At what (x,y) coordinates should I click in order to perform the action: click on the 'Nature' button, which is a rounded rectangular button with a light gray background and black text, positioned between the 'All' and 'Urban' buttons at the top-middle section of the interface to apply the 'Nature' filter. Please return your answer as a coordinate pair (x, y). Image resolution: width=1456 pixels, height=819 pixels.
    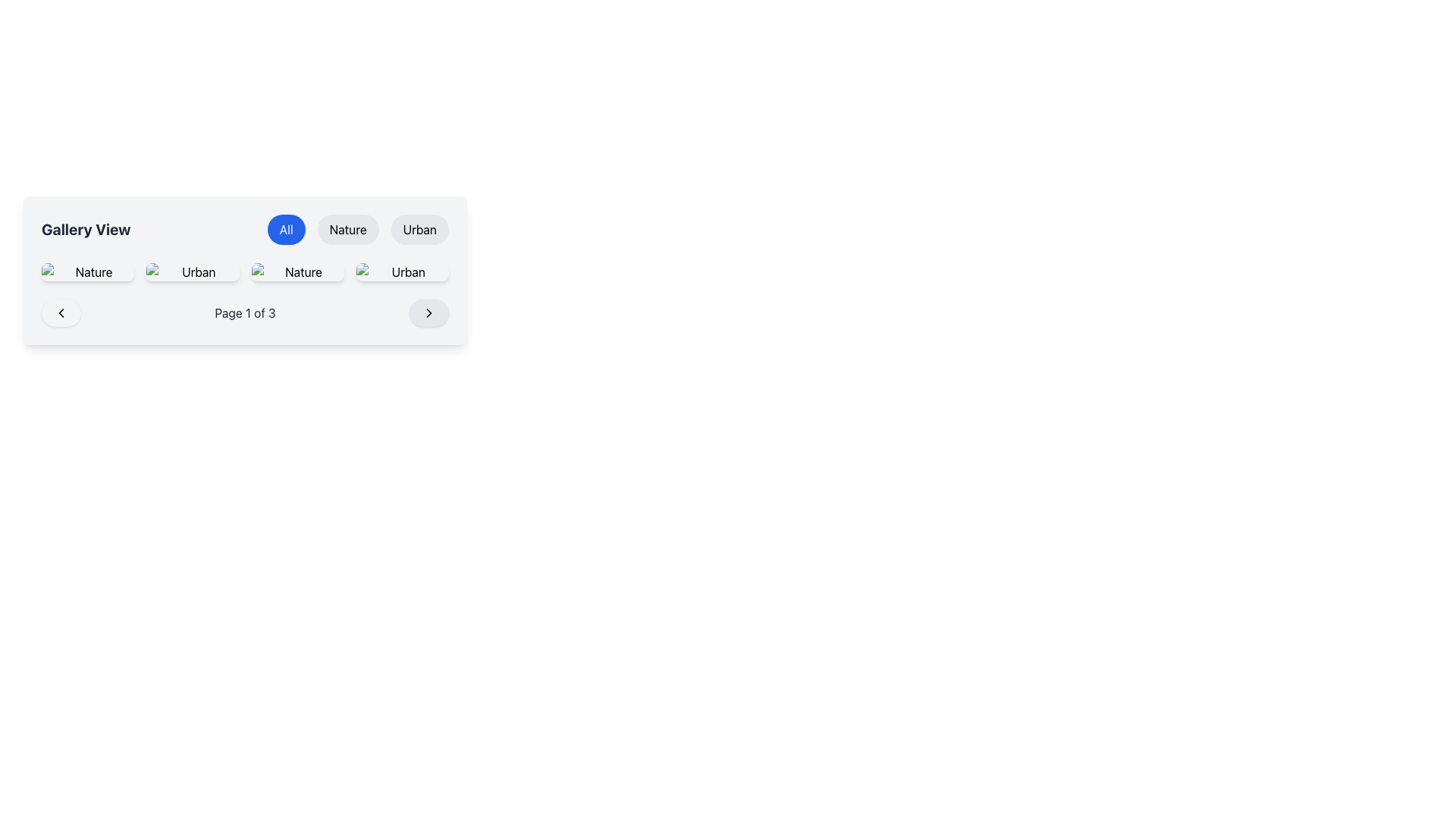
    Looking at the image, I should click on (347, 230).